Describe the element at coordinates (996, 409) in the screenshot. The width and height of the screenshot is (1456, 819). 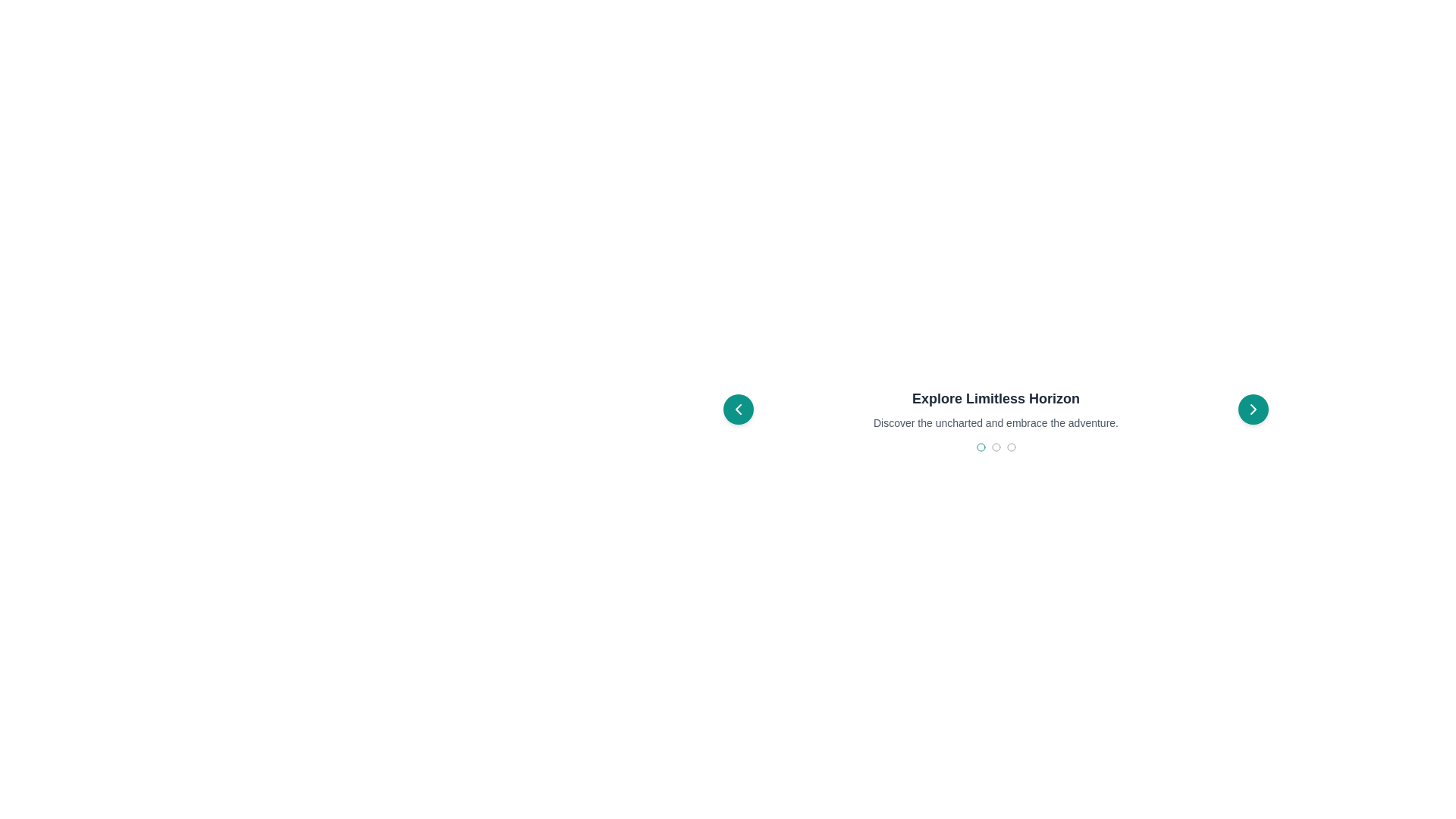
I see `the centrally aligned title and subtitle text element within the carousel, positioned between the navigation buttons` at that location.